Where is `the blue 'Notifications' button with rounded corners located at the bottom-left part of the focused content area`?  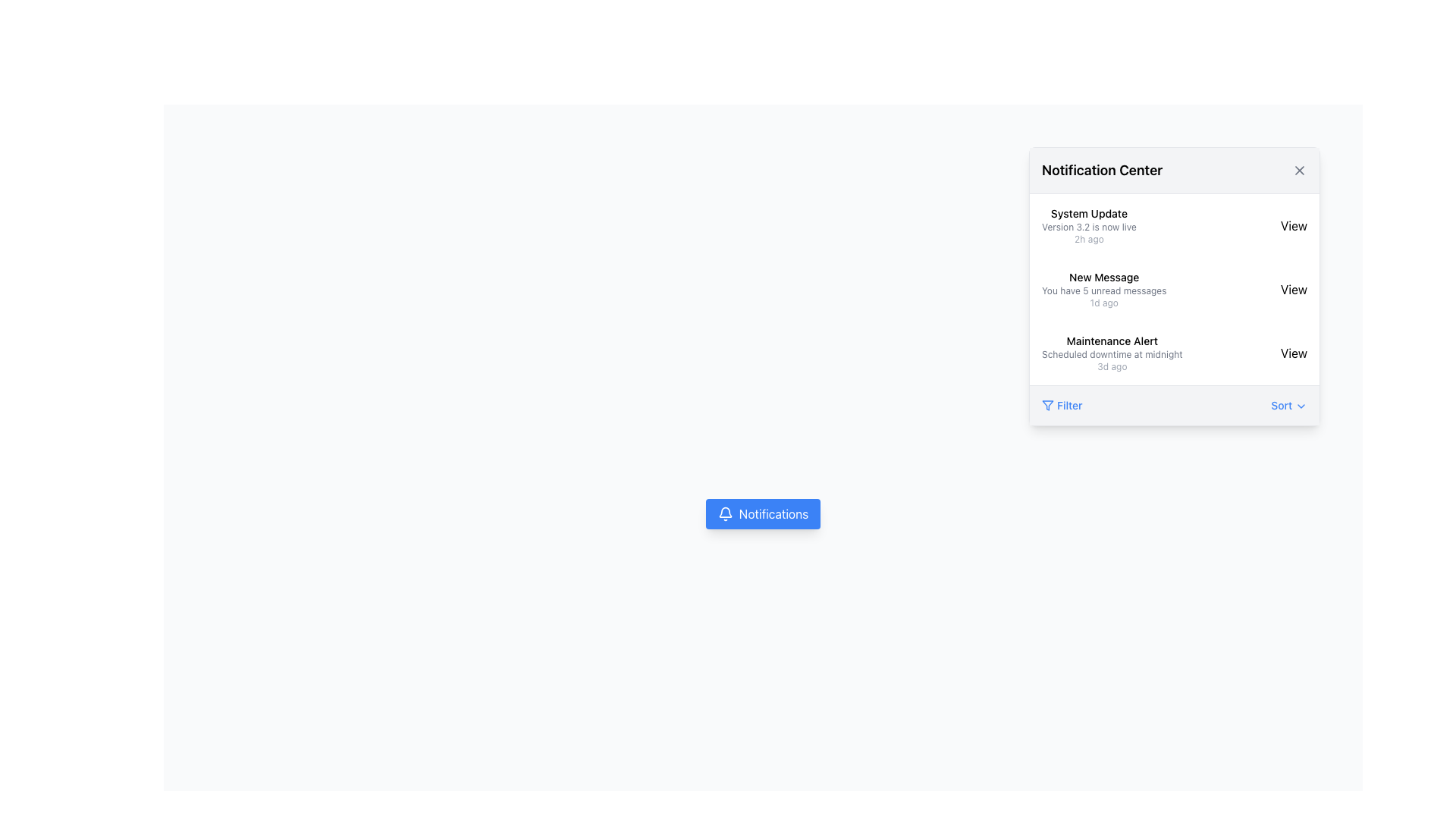
the blue 'Notifications' button with rounded corners located at the bottom-left part of the focused content area is located at coordinates (763, 513).